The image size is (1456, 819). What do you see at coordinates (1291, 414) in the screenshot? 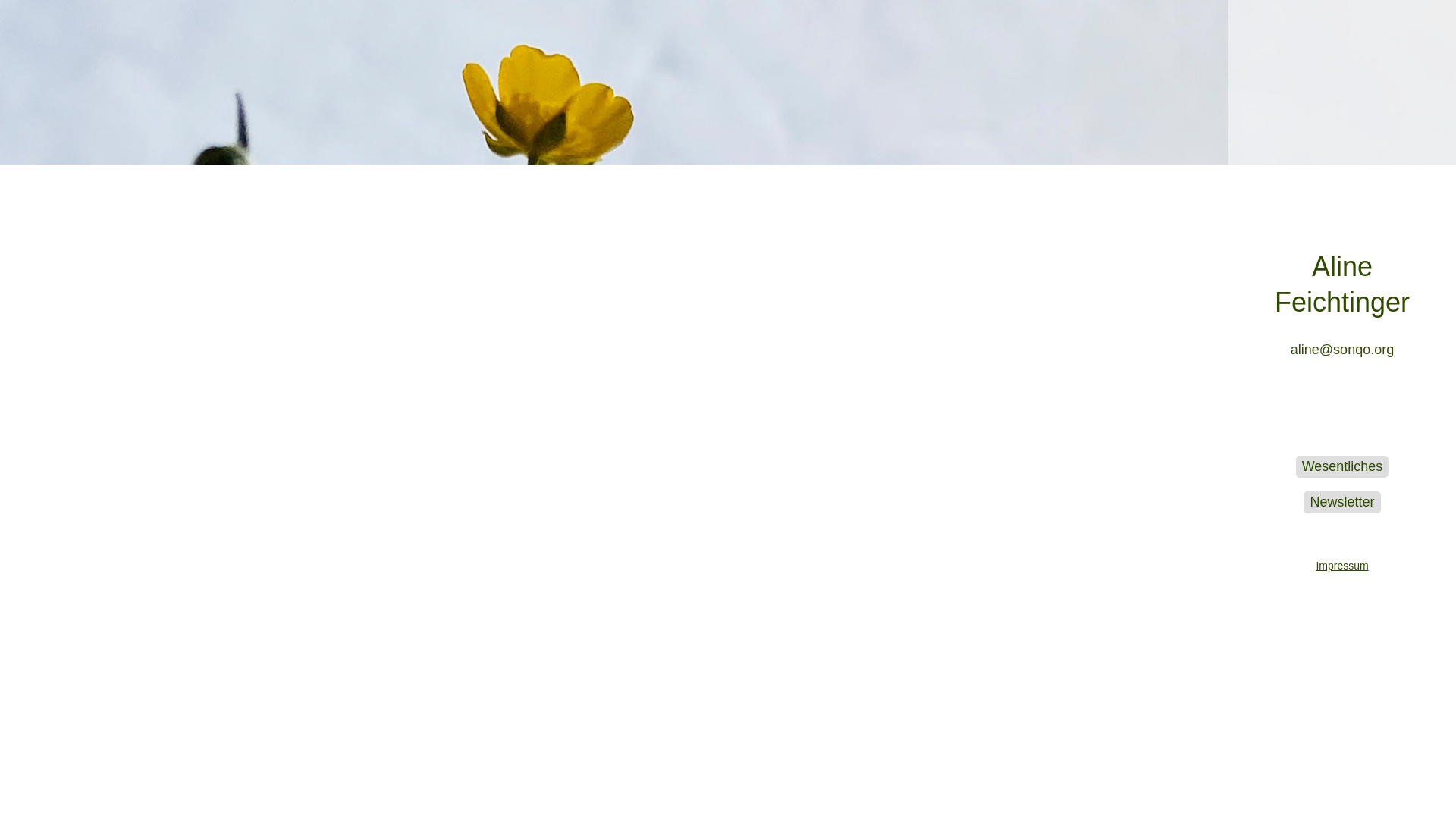
I see `'Heart Language Translator bei Facebook'` at bounding box center [1291, 414].